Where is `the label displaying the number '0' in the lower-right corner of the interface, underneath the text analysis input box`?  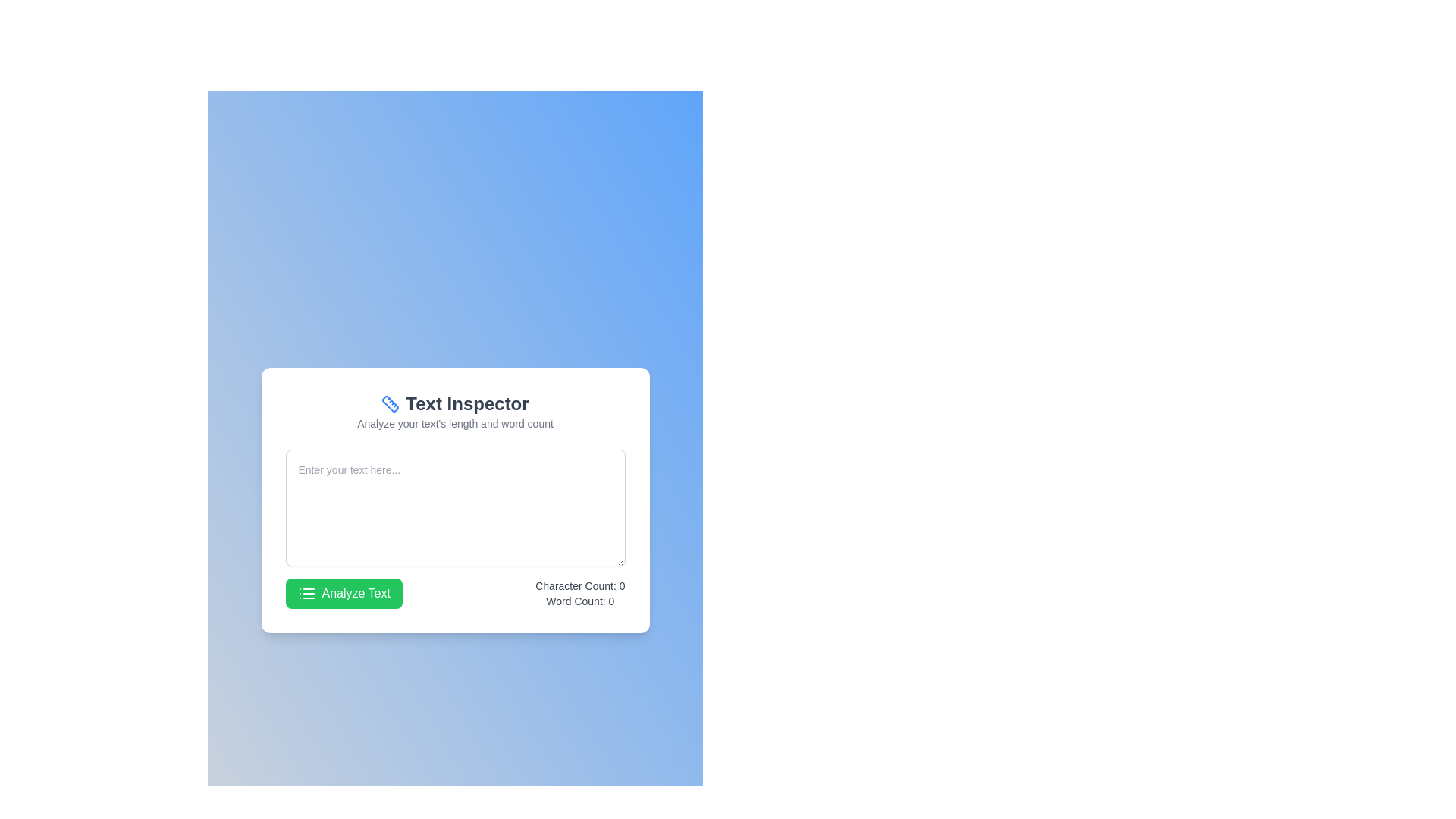
the label displaying the number '0' in the lower-right corner of the interface, underneath the text analysis input box is located at coordinates (611, 601).